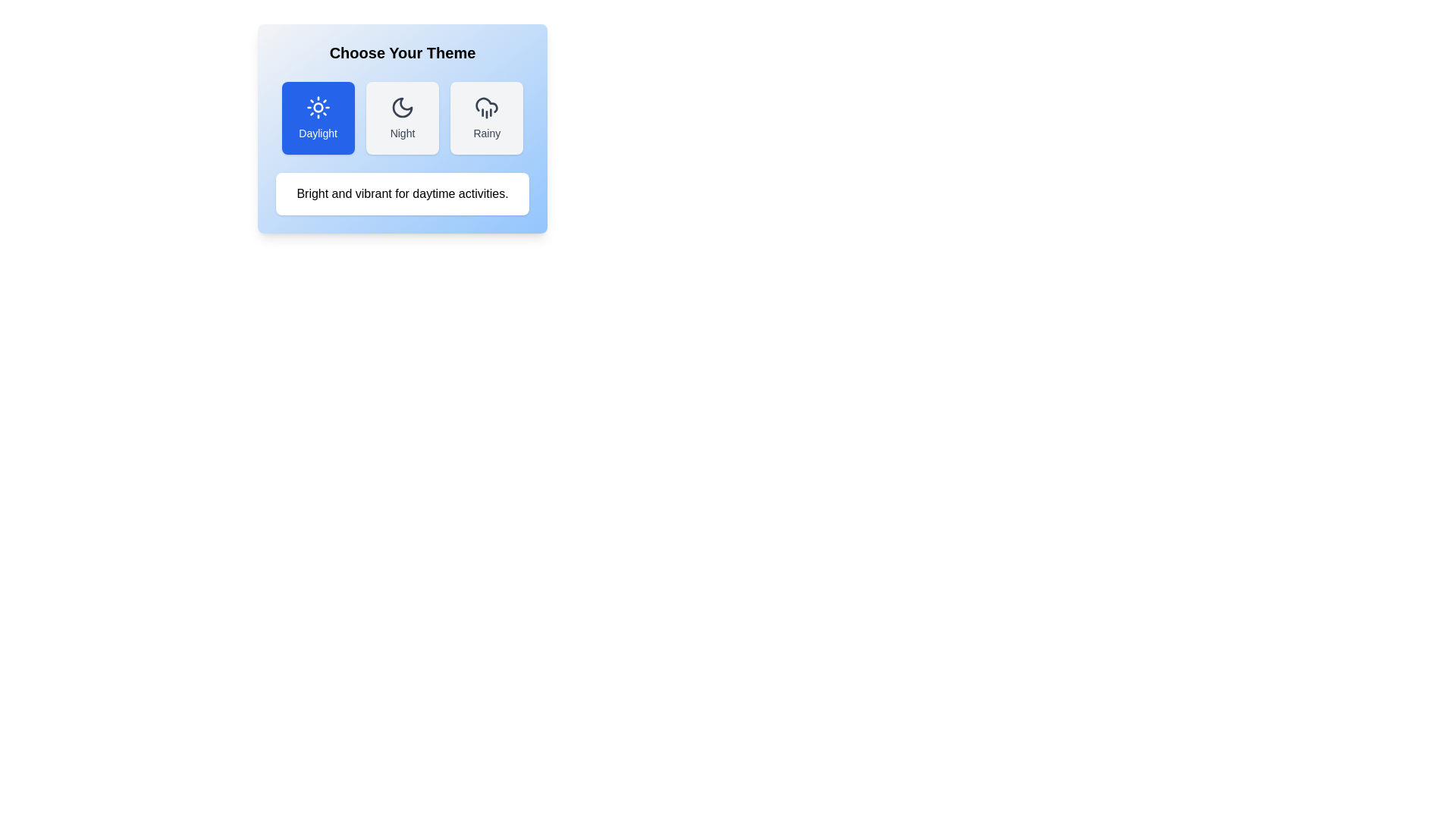 Image resolution: width=1456 pixels, height=819 pixels. What do you see at coordinates (403, 117) in the screenshot?
I see `the theme button corresponding to Night` at bounding box center [403, 117].